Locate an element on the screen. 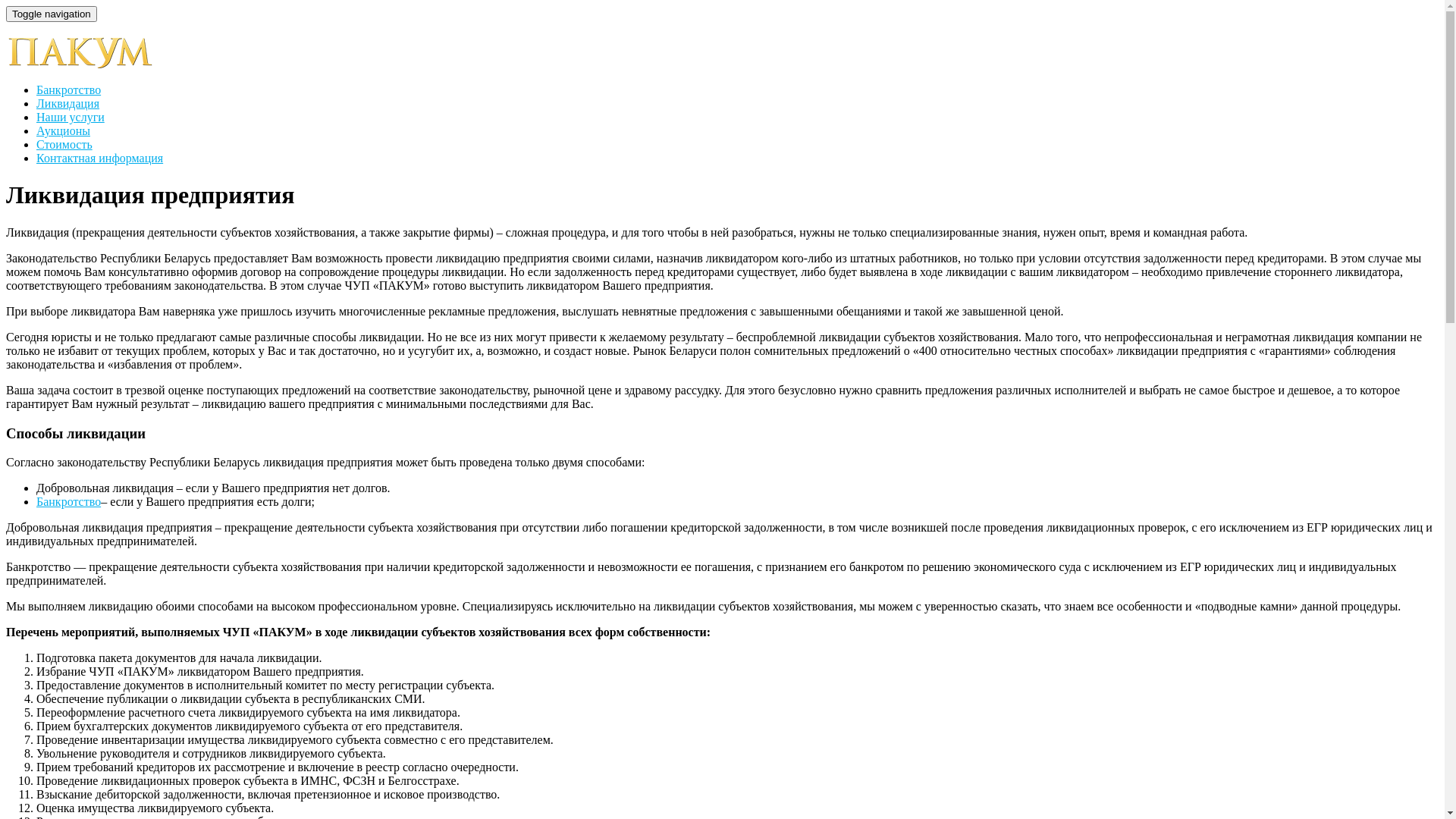 Image resolution: width=1456 pixels, height=819 pixels. 'Toggle navigation' is located at coordinates (6, 14).